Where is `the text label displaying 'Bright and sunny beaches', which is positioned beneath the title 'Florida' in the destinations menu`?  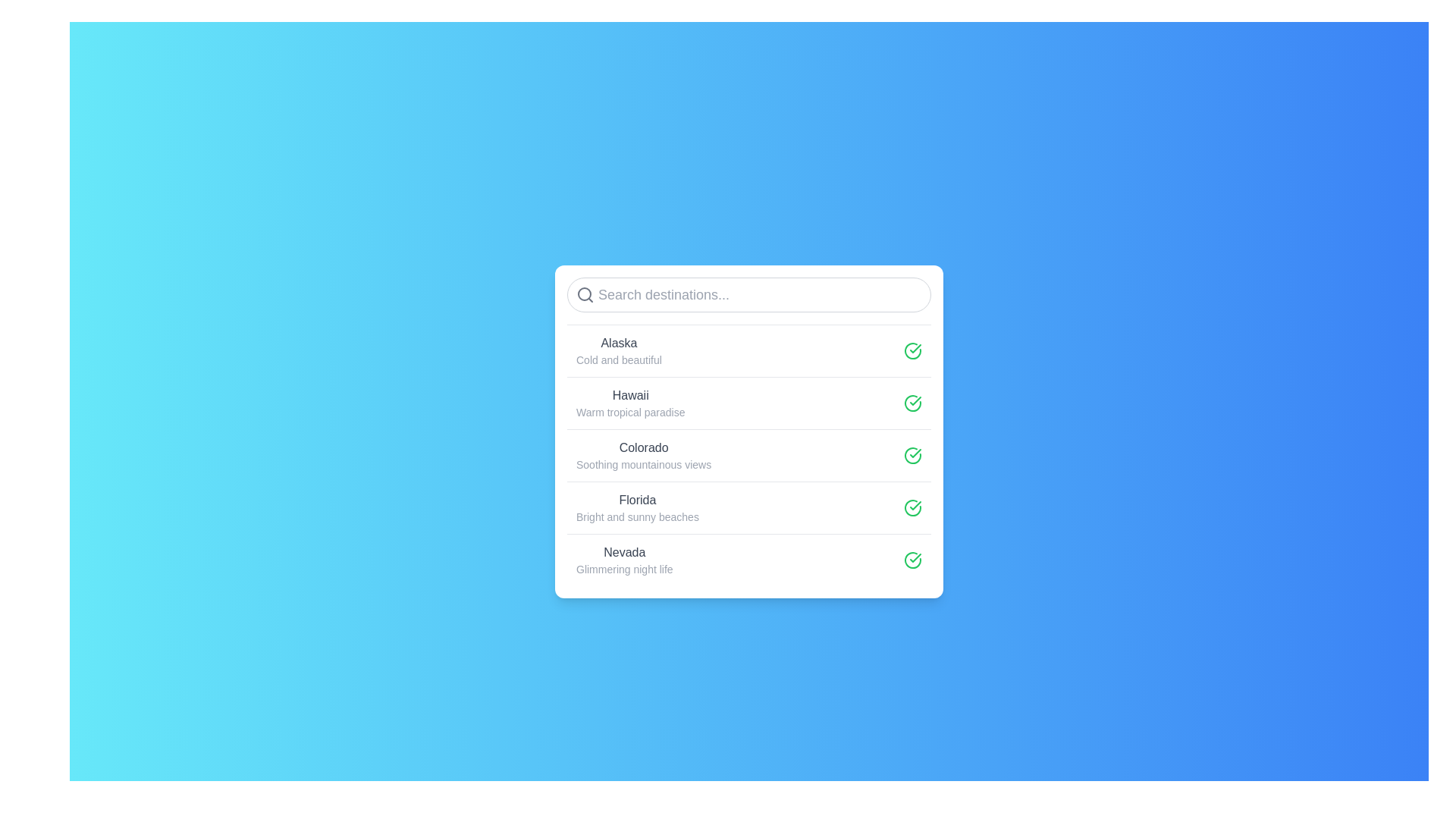
the text label displaying 'Bright and sunny beaches', which is positioned beneath the title 'Florida' in the destinations menu is located at coordinates (637, 516).